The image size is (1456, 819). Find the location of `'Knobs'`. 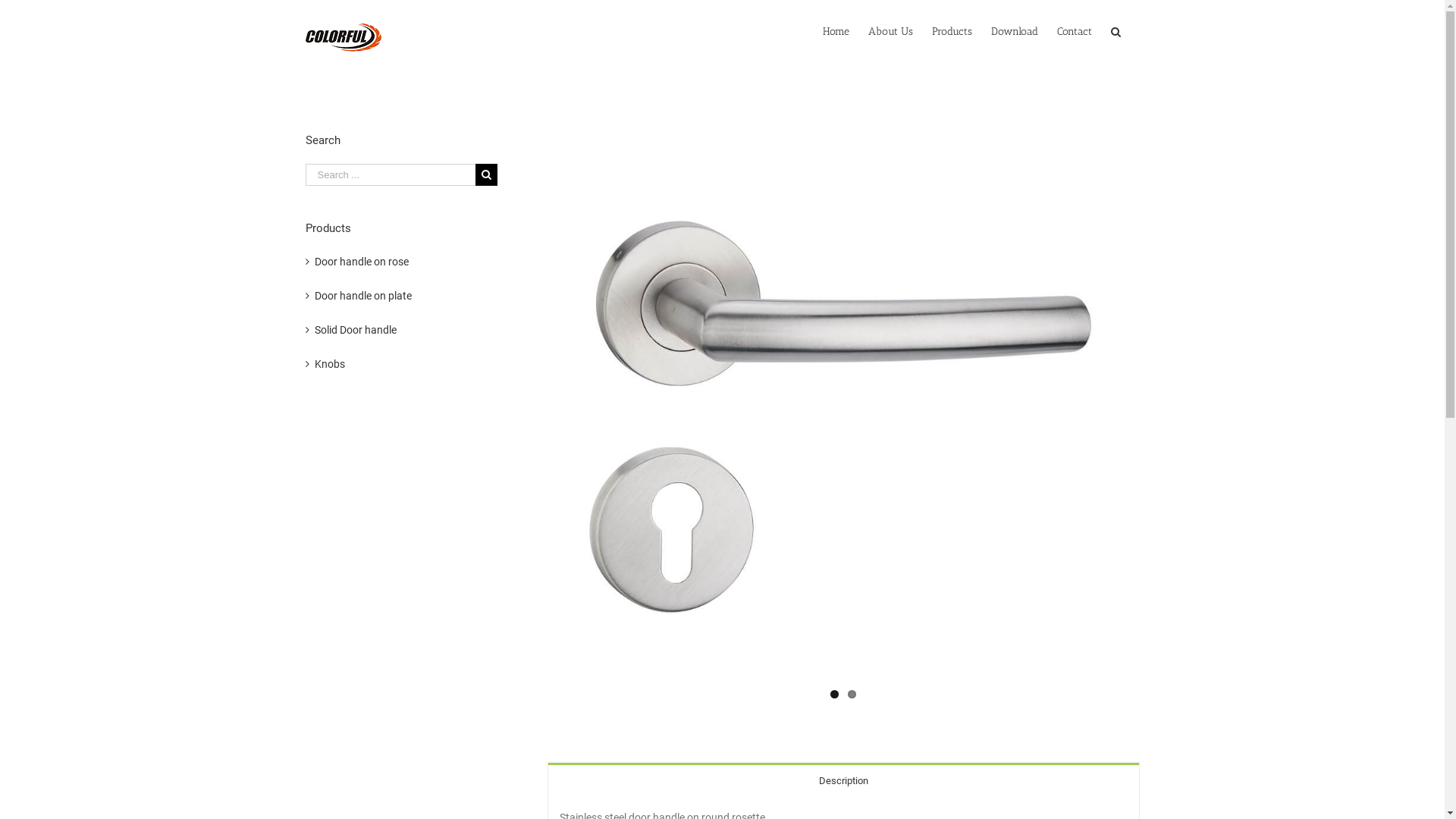

'Knobs' is located at coordinates (328, 363).